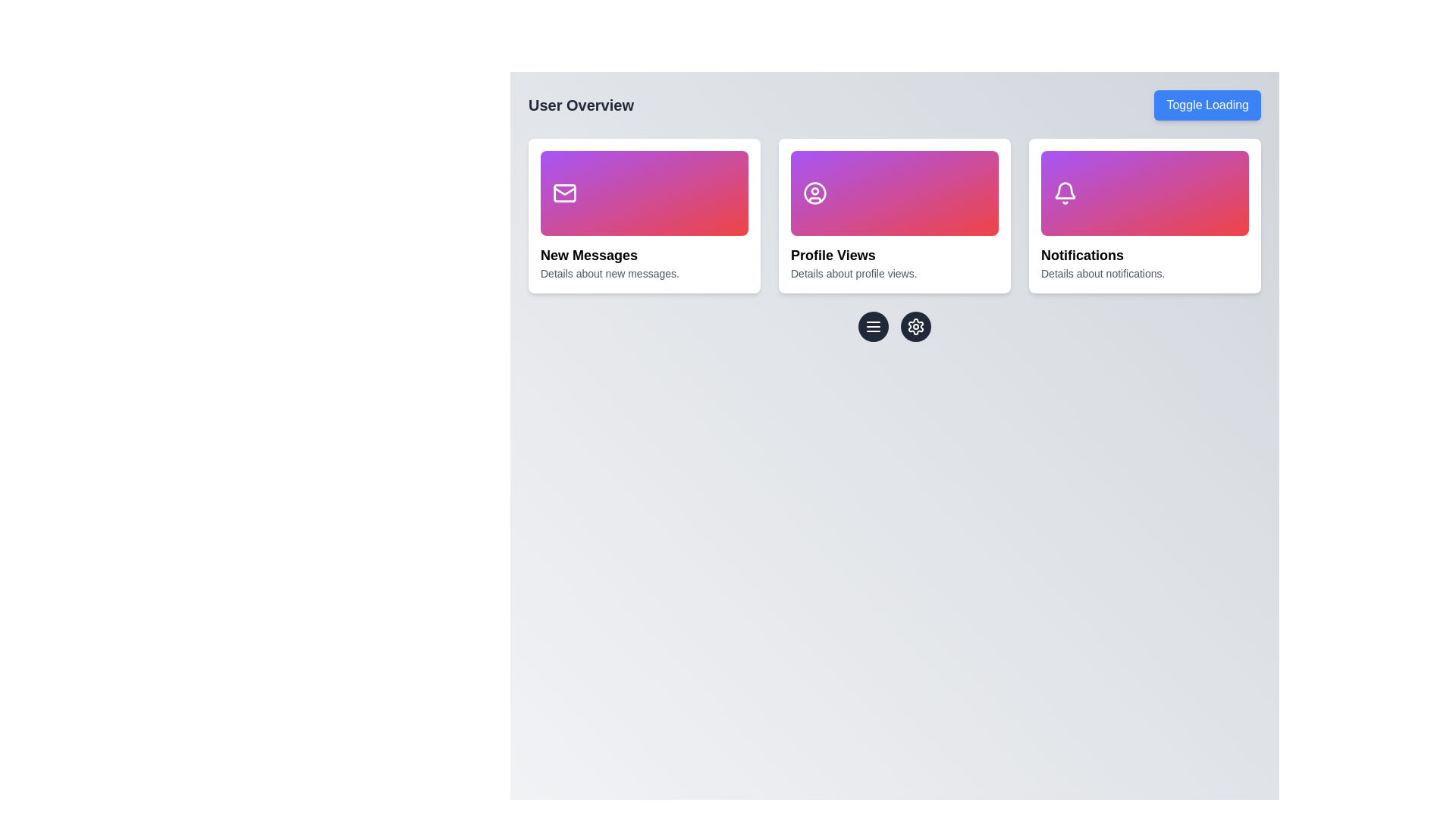 Image resolution: width=1456 pixels, height=819 pixels. I want to click on descriptive label text 'Details about new messages.' located below the title 'New Messages' in the 'User Overview' section, so click(610, 274).